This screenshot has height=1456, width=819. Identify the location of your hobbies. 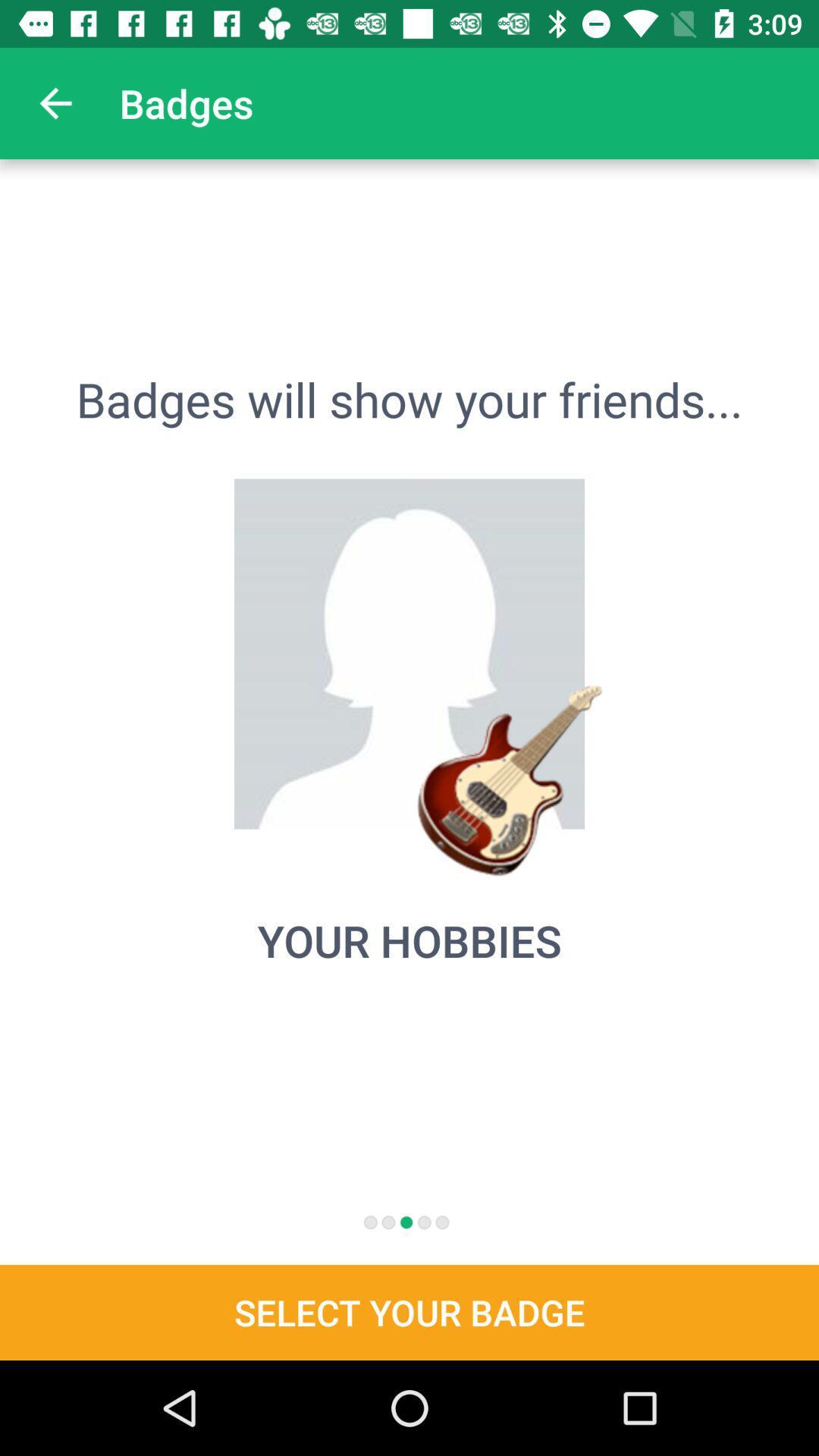
(409, 940).